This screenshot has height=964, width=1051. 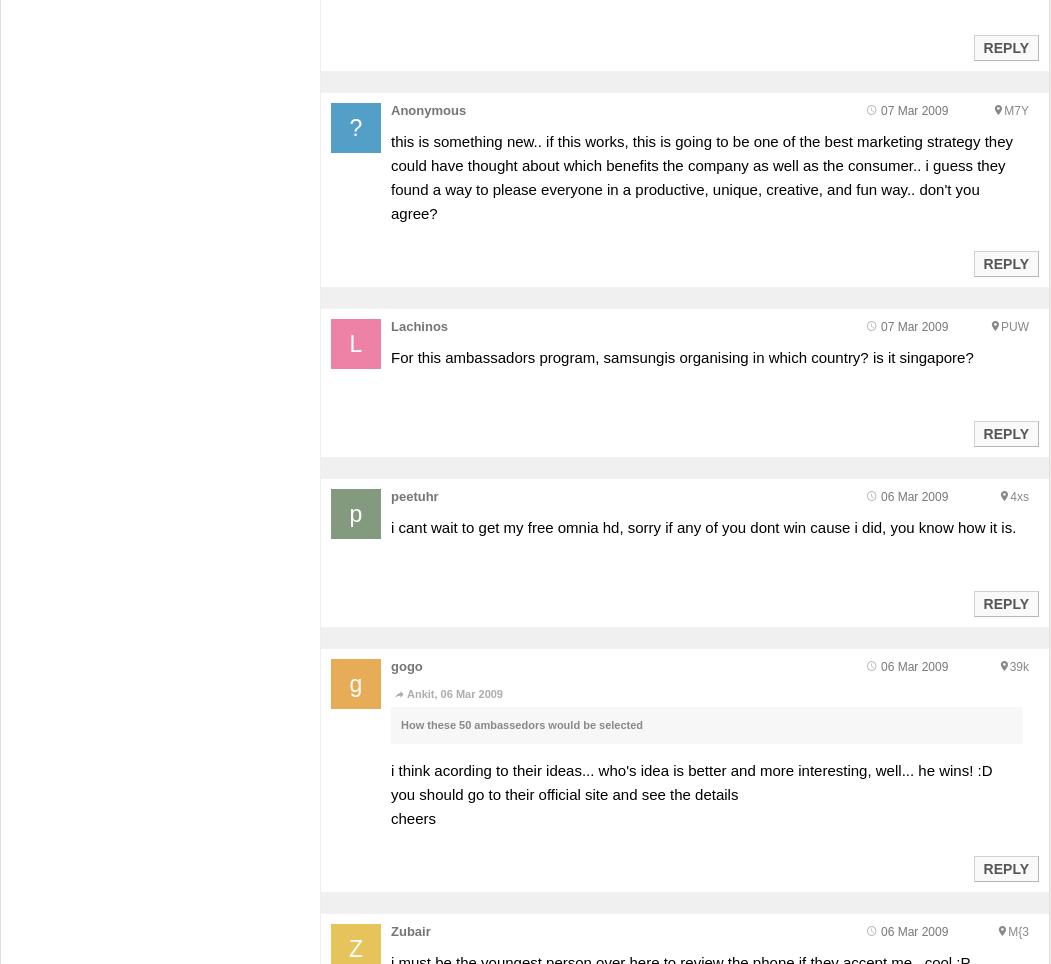 What do you see at coordinates (410, 931) in the screenshot?
I see `'Zubair'` at bounding box center [410, 931].